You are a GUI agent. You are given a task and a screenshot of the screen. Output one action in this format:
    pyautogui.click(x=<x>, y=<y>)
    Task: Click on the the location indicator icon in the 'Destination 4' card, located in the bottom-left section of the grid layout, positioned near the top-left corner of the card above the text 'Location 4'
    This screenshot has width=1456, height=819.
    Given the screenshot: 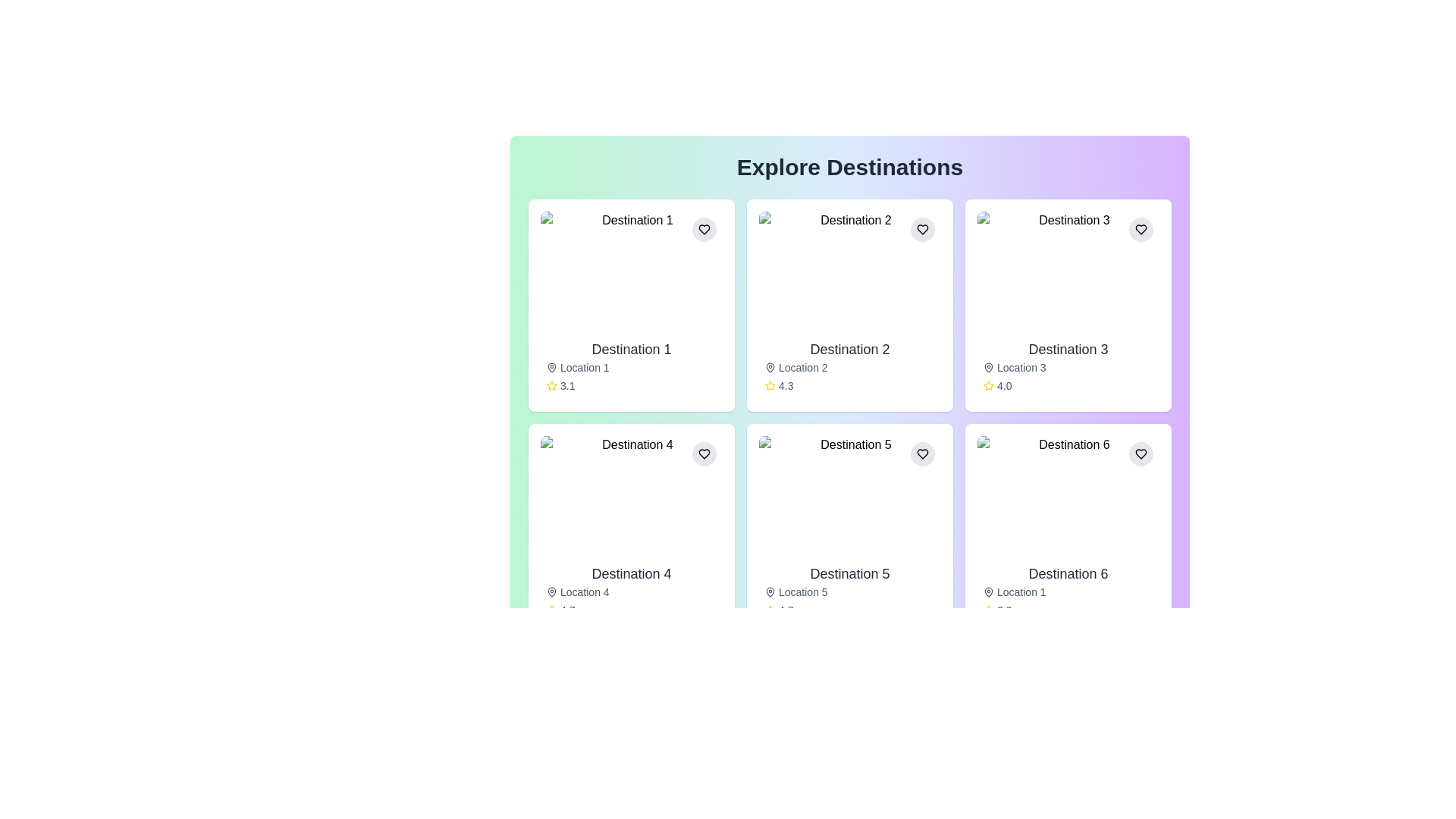 What is the action you would take?
    pyautogui.click(x=551, y=590)
    